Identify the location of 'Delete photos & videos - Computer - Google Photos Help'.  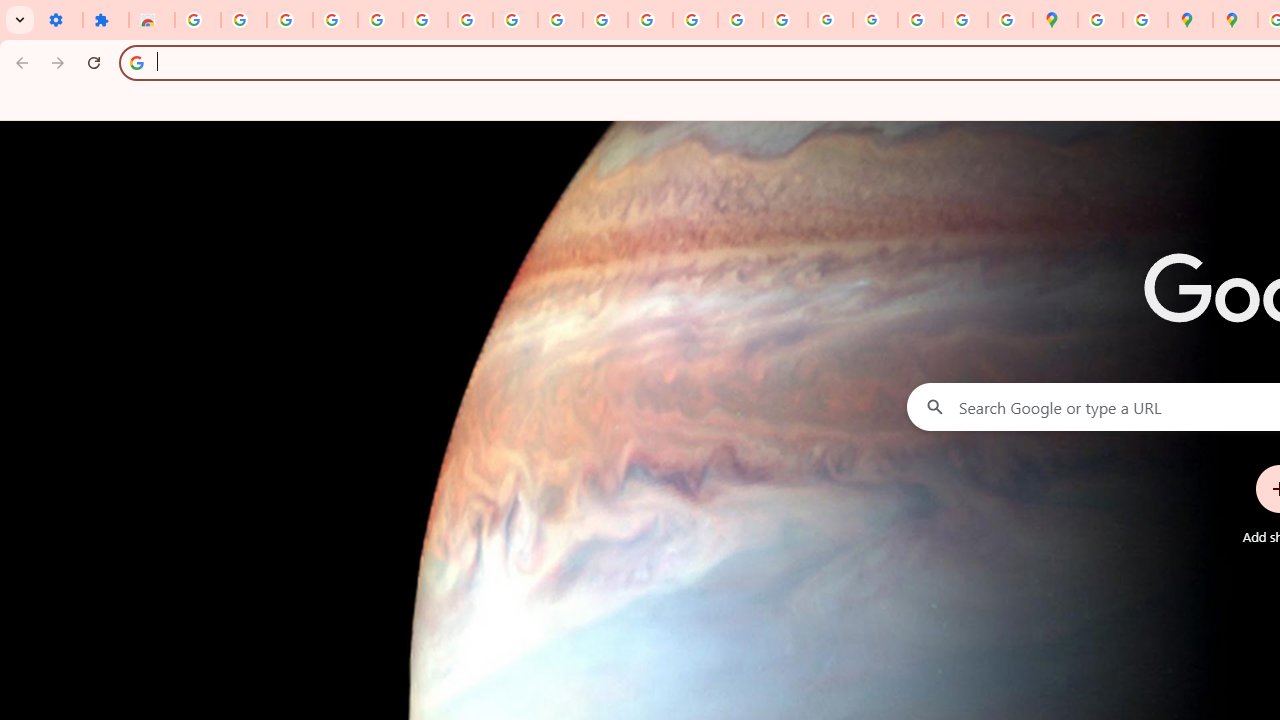
(289, 20).